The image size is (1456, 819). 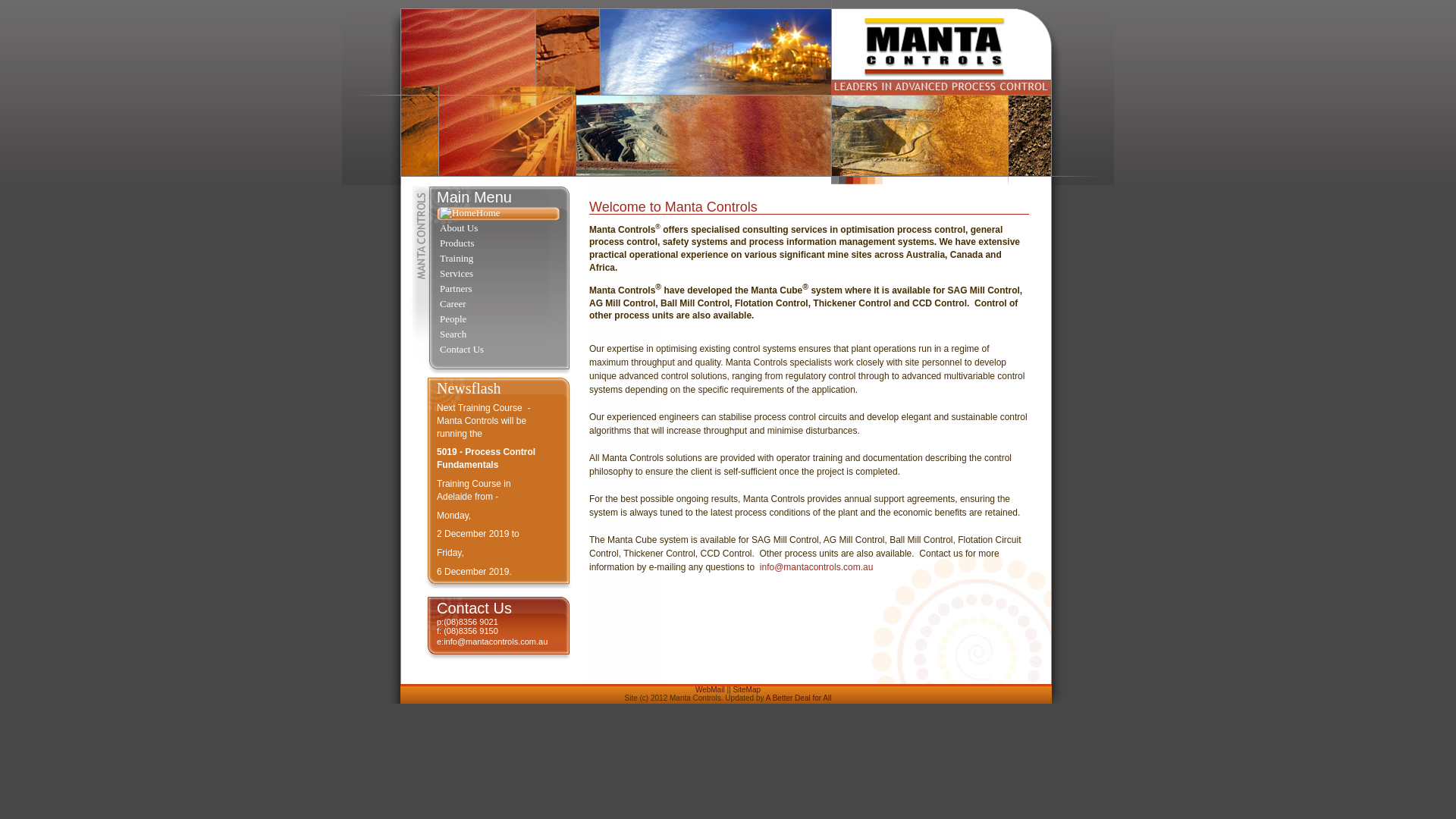 I want to click on 'Contact Us', so click(x=498, y=350).